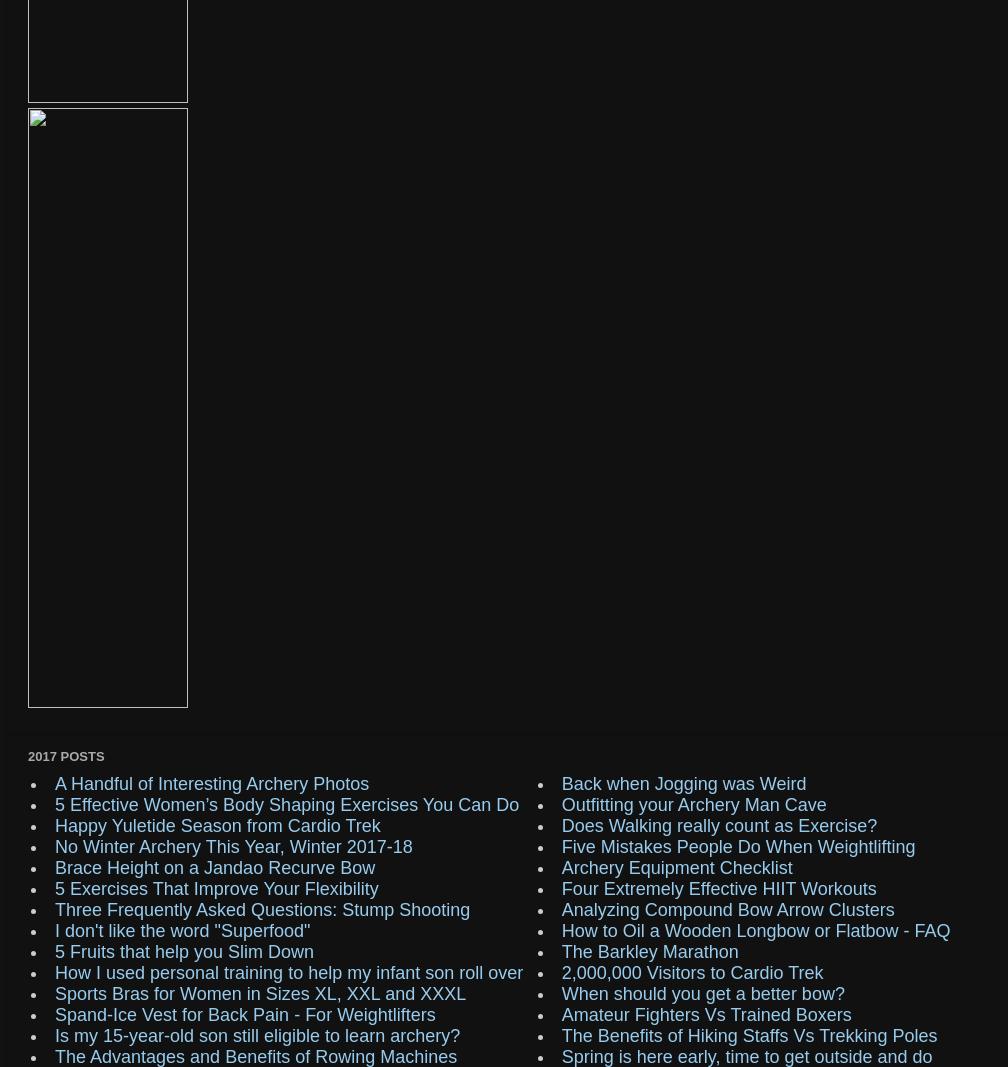  Describe the element at coordinates (755, 929) in the screenshot. I see `'How to Oil a Wooden Longbow or Flatbow - FAQ'` at that location.